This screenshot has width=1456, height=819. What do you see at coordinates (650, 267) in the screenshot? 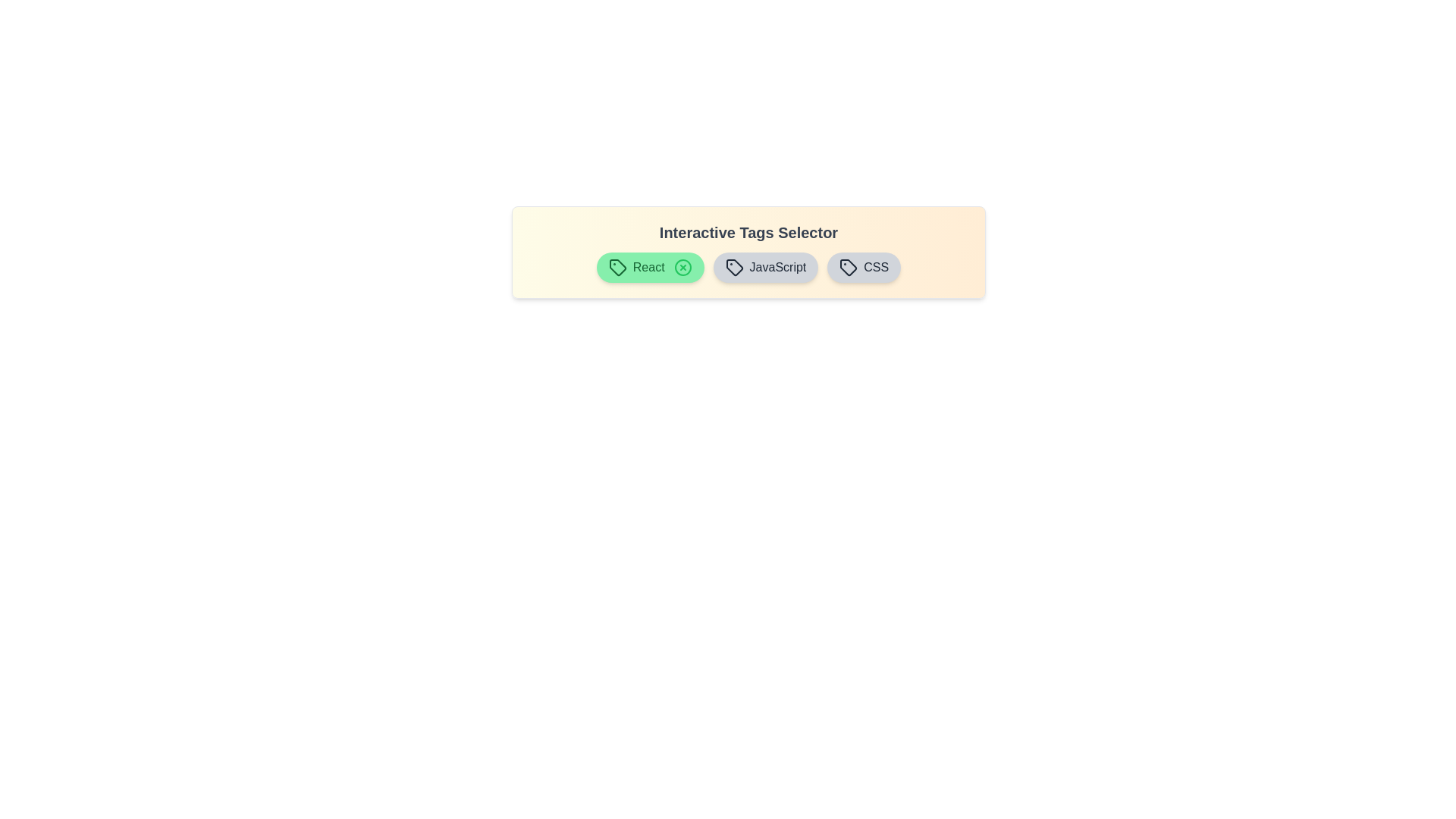
I see `the tag labeled React to observe its hover effect` at bounding box center [650, 267].